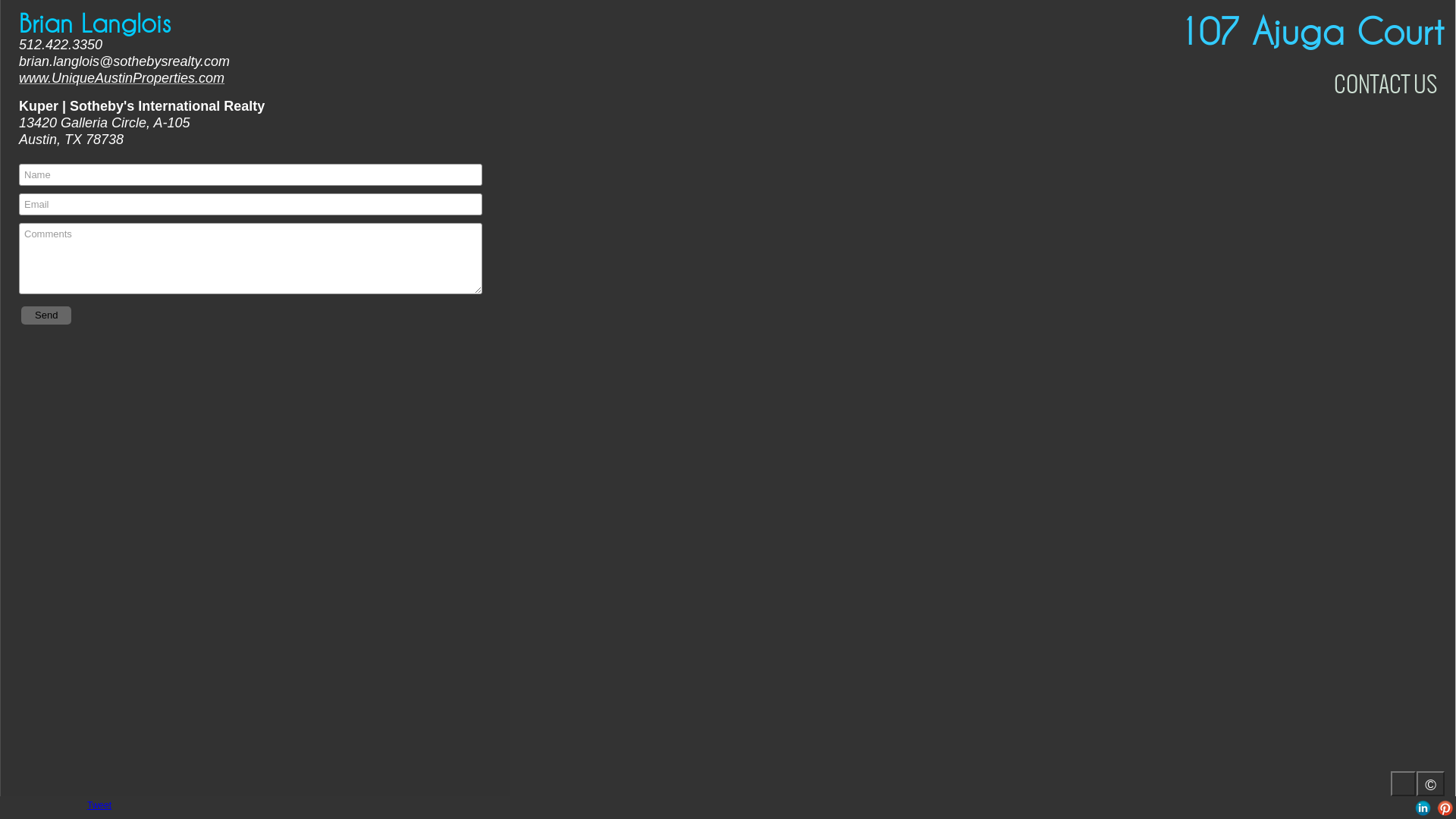  Describe the element at coordinates (121, 78) in the screenshot. I see `'www.UniqueAustinProperties.com'` at that location.